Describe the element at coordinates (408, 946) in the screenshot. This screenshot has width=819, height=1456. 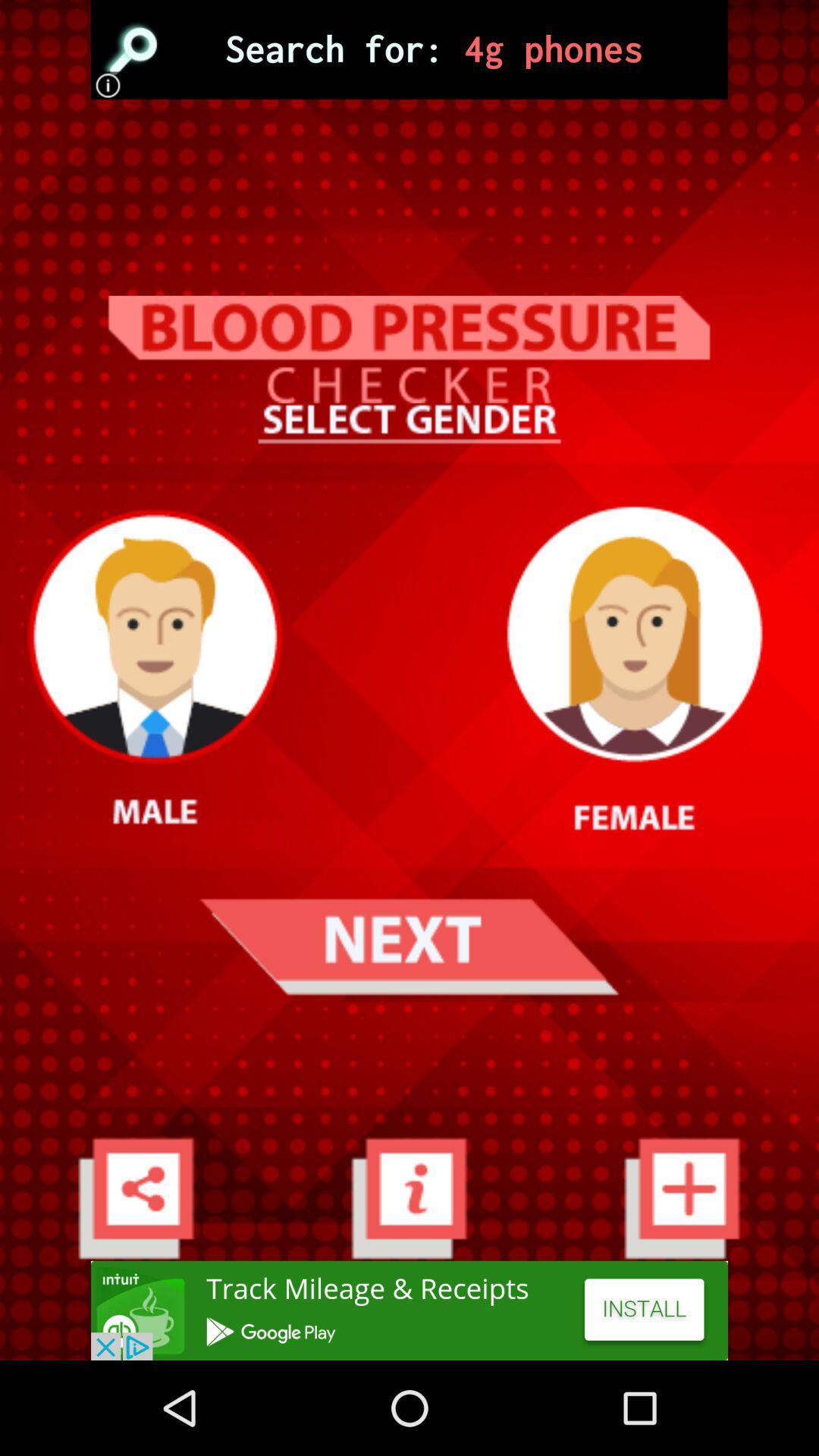
I see `next` at that location.